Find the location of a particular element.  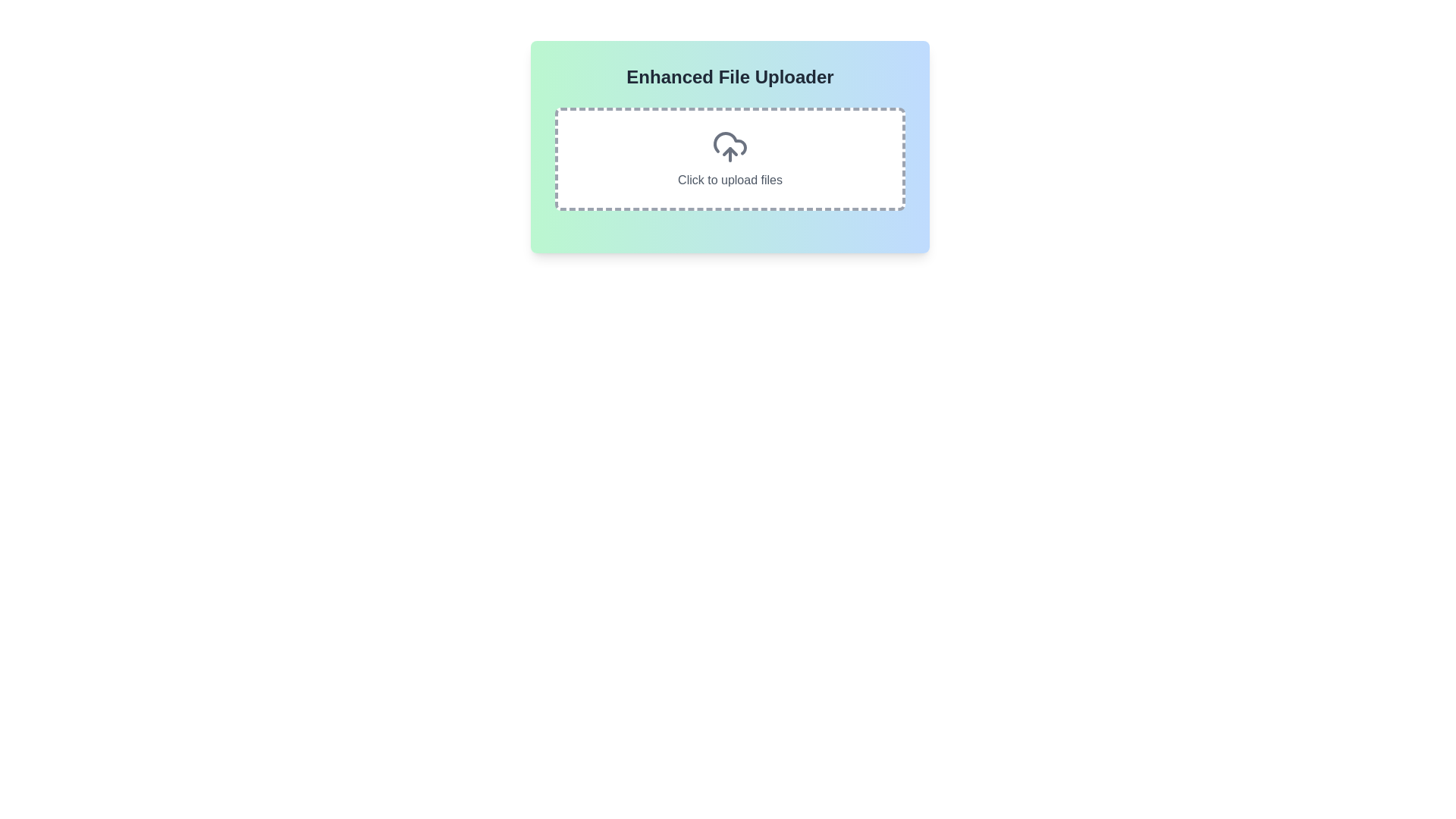

the cloud icon with an upward pointing arrow, which is styled in a simple outline and gray color is located at coordinates (730, 146).